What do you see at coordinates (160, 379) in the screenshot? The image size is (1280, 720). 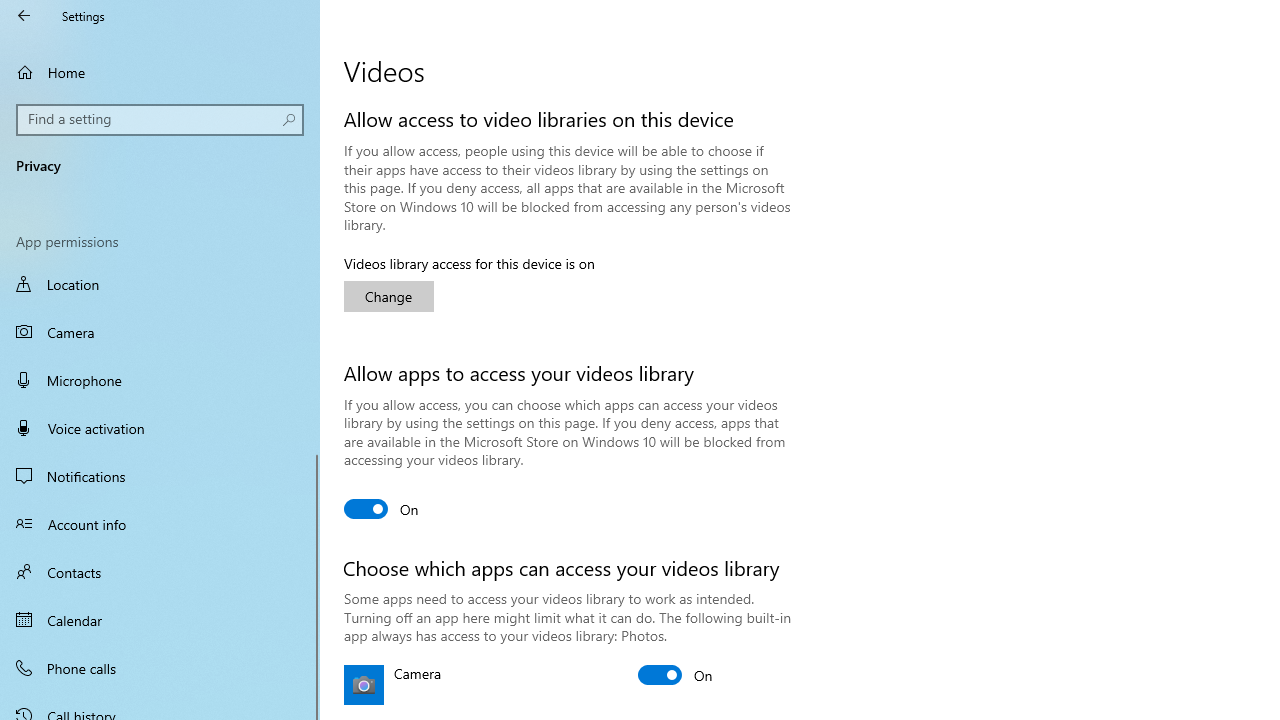 I see `'Microphone'` at bounding box center [160, 379].